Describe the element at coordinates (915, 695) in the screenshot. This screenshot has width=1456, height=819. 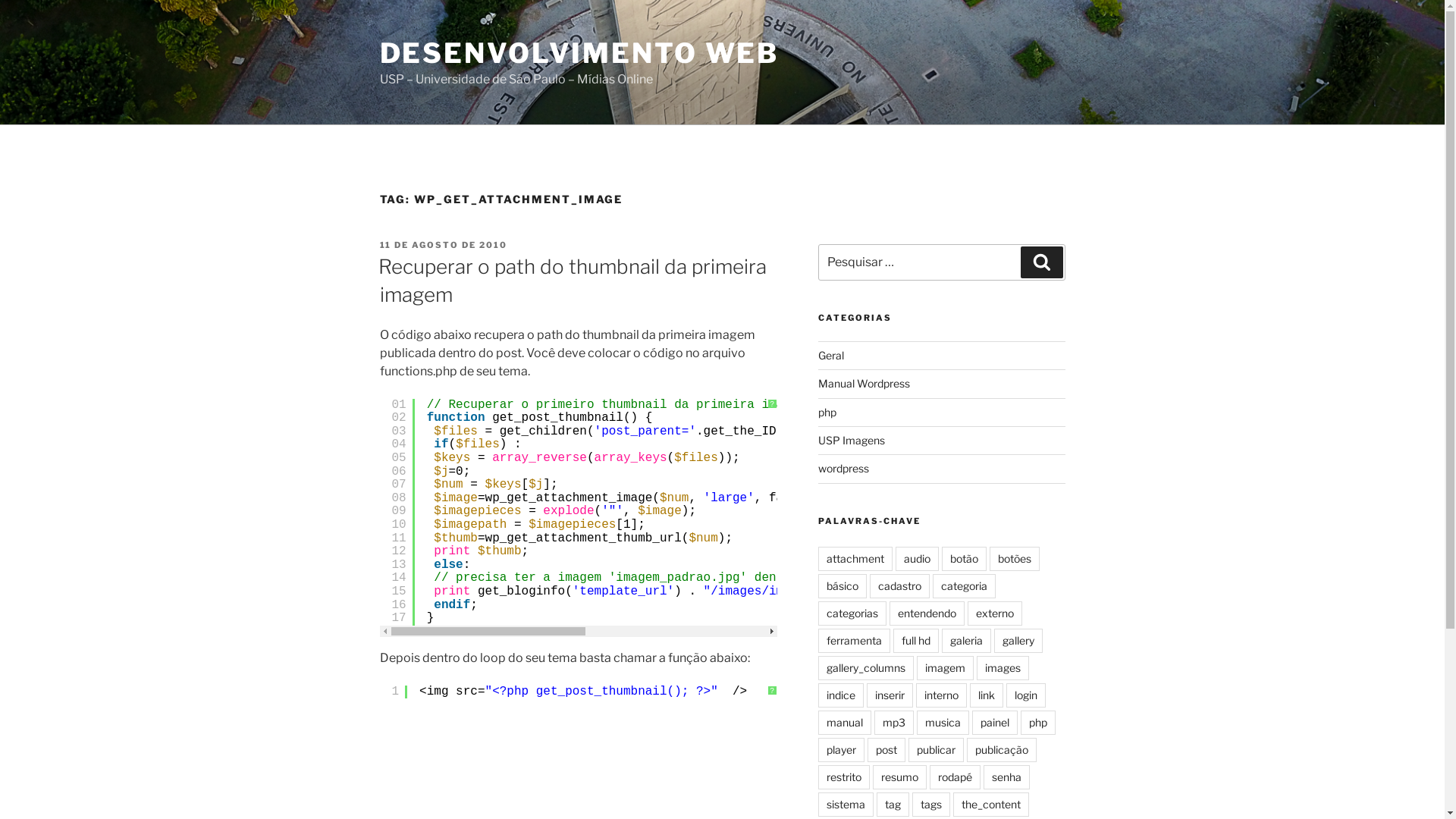
I see `'interno'` at that location.